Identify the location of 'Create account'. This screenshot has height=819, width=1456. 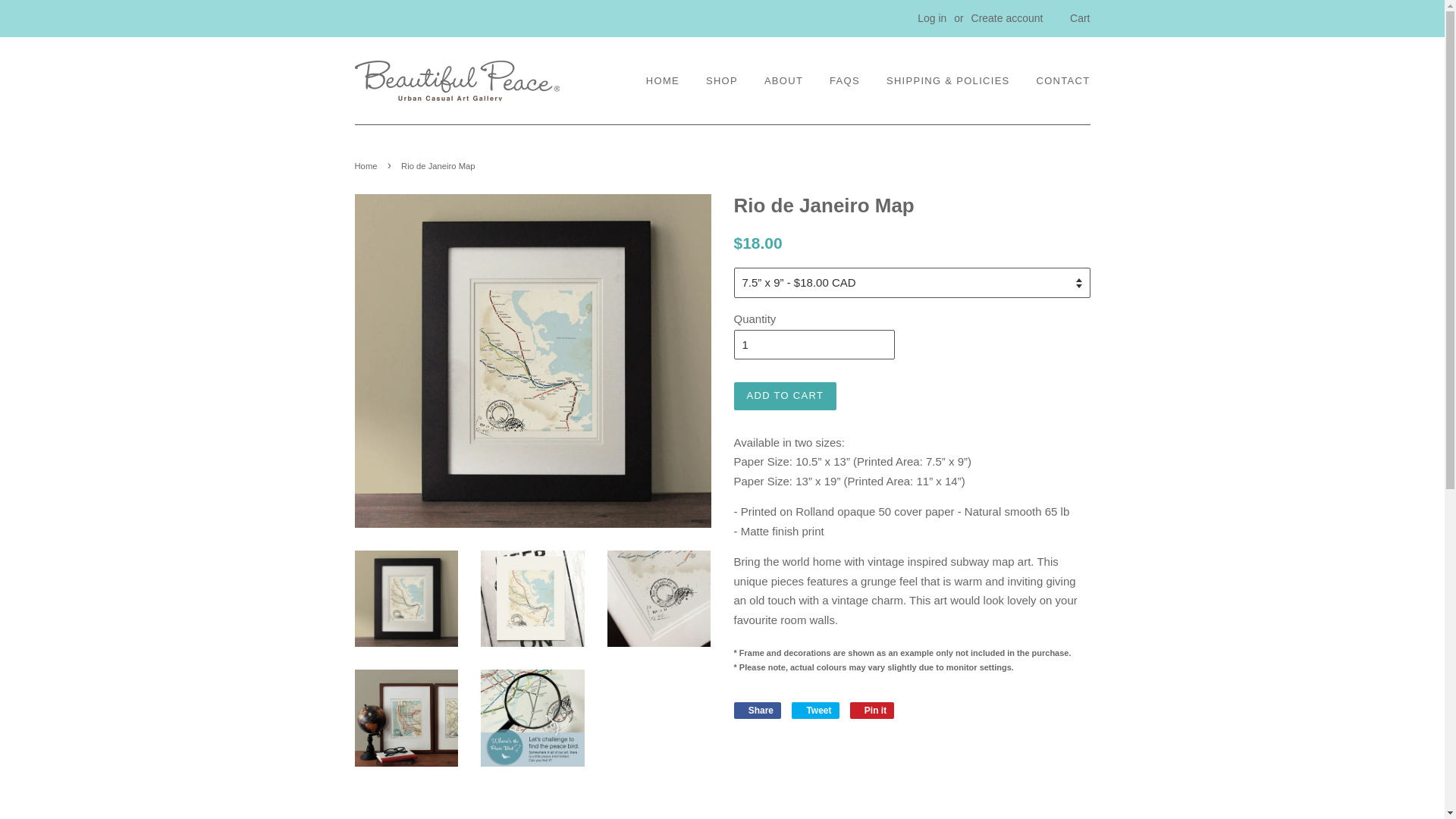
(1007, 17).